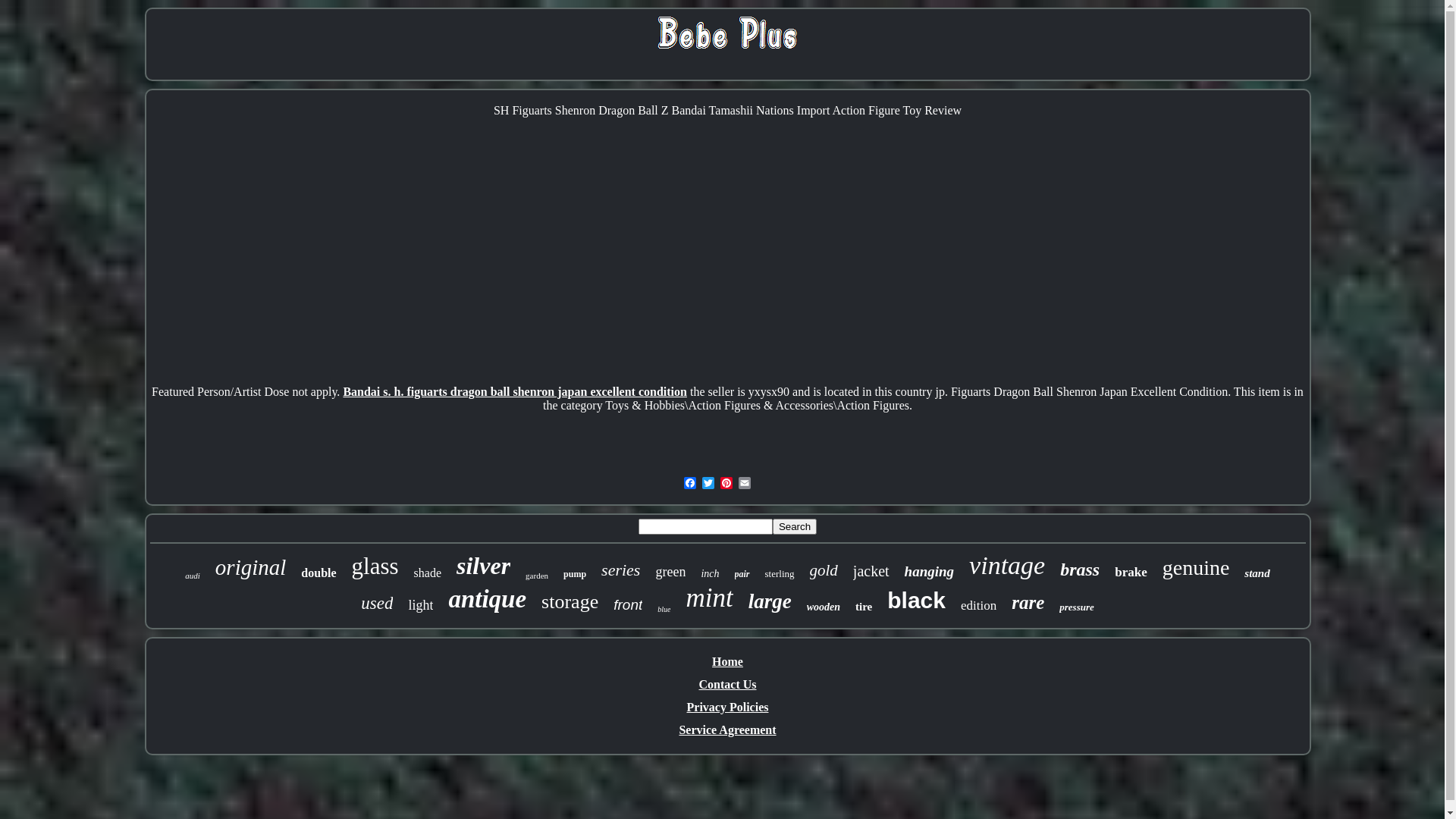  What do you see at coordinates (628, 604) in the screenshot?
I see `'front'` at bounding box center [628, 604].